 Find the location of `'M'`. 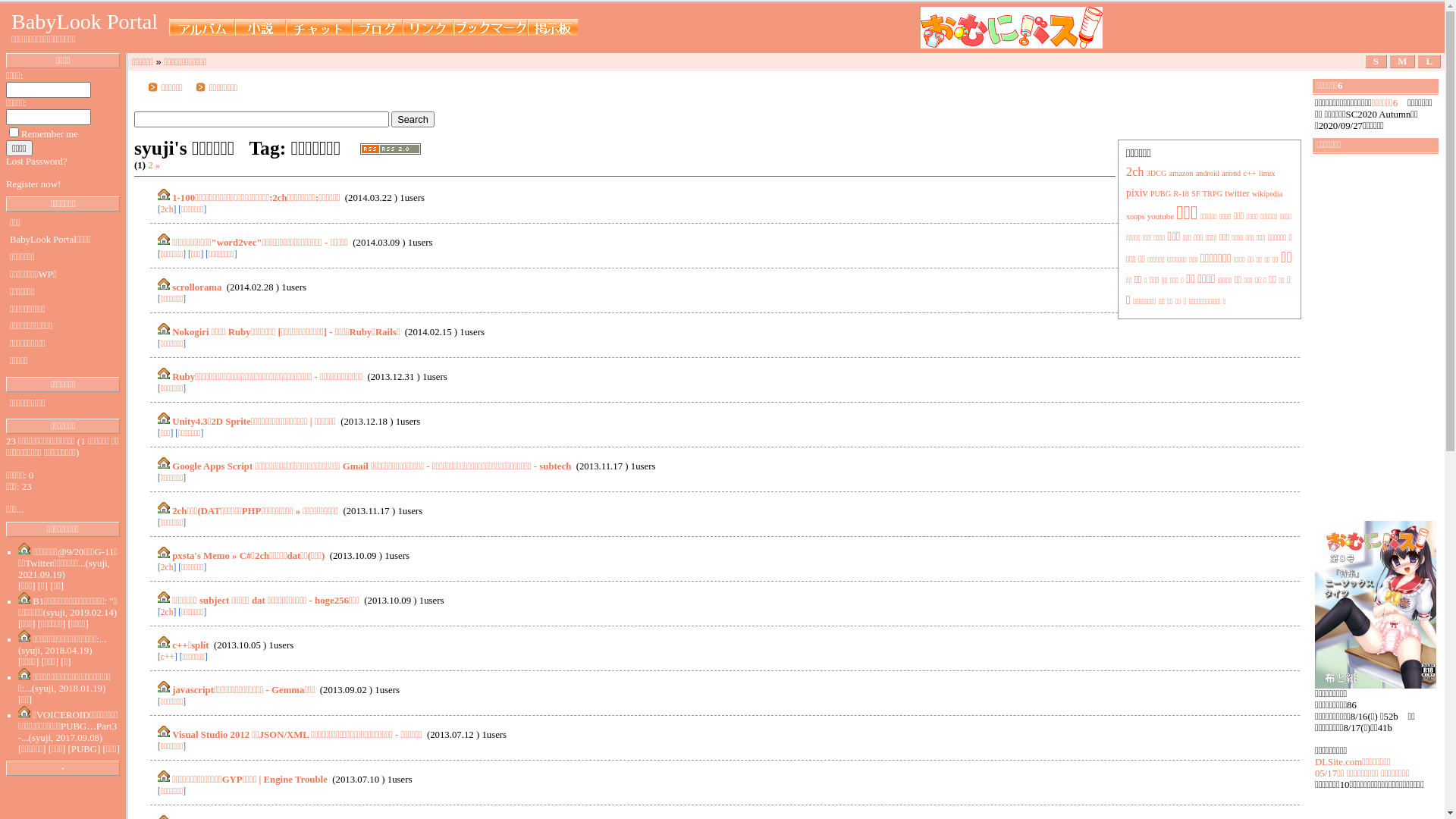

'M' is located at coordinates (1401, 61).